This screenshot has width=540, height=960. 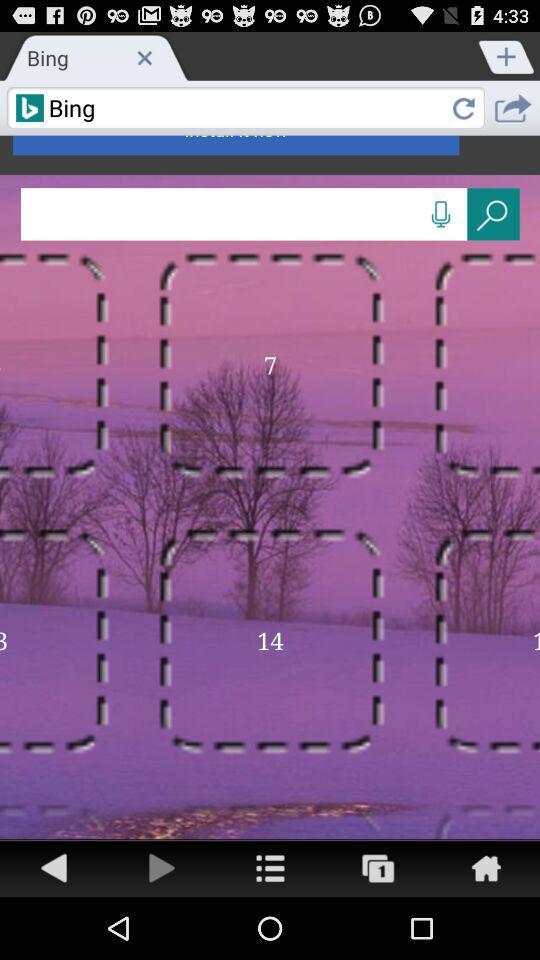 What do you see at coordinates (161, 928) in the screenshot?
I see `the play icon` at bounding box center [161, 928].